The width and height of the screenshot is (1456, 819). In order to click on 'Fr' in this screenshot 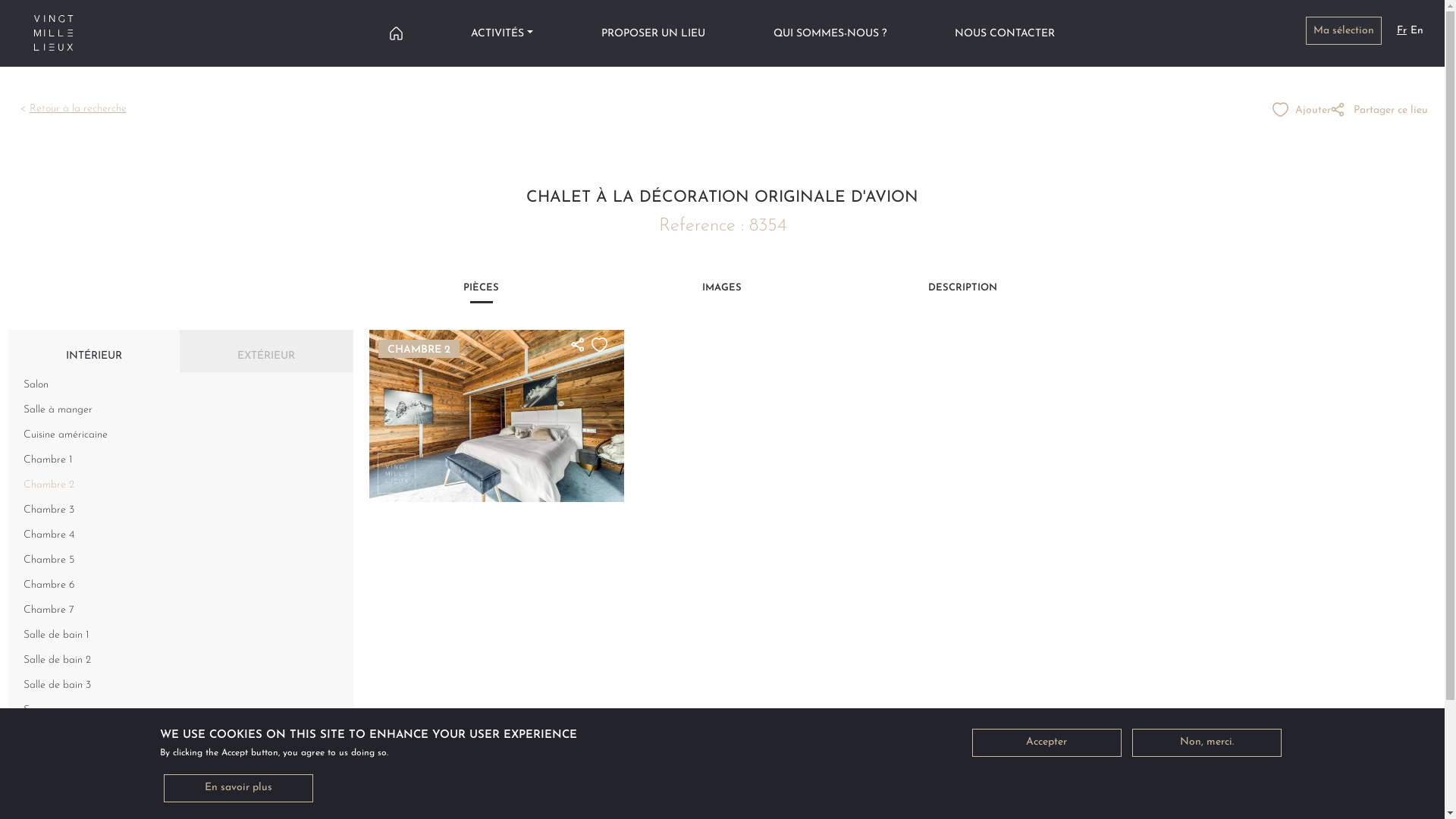, I will do `click(1401, 30)`.